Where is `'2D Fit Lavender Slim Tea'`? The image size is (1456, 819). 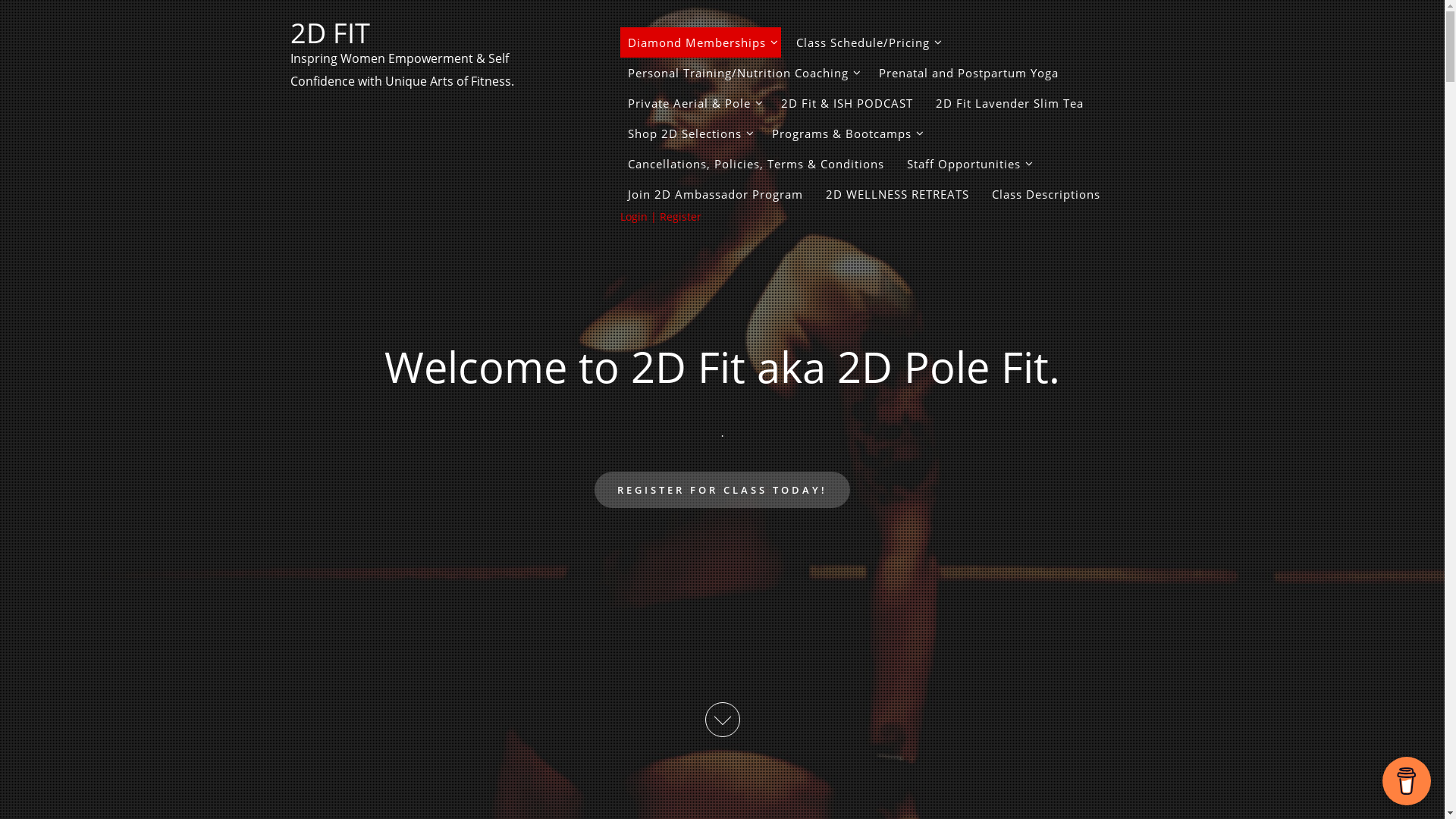
'2D Fit Lavender Slim Tea' is located at coordinates (1009, 102).